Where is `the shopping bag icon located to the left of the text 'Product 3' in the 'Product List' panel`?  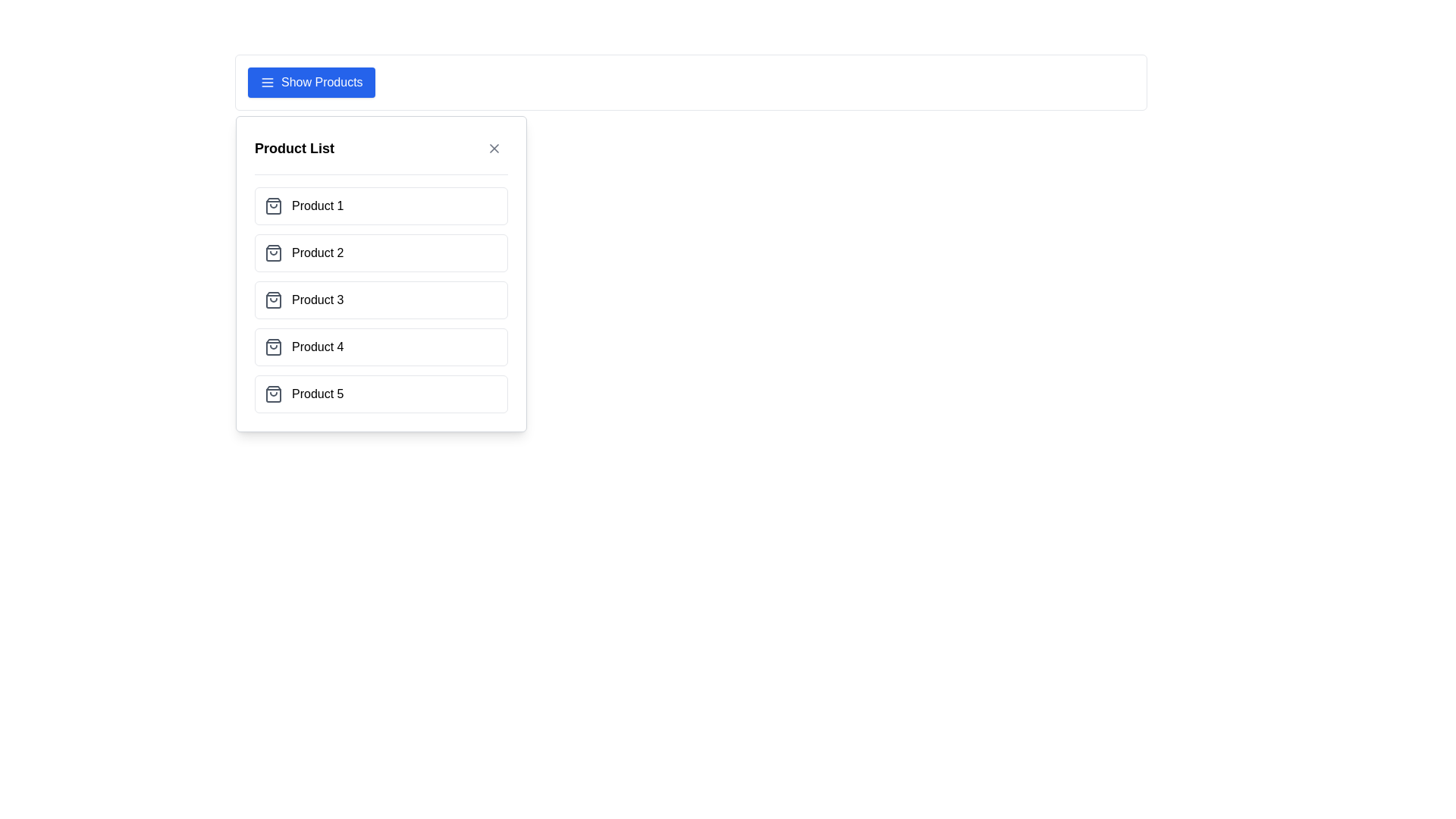 the shopping bag icon located to the left of the text 'Product 3' in the 'Product List' panel is located at coordinates (273, 300).